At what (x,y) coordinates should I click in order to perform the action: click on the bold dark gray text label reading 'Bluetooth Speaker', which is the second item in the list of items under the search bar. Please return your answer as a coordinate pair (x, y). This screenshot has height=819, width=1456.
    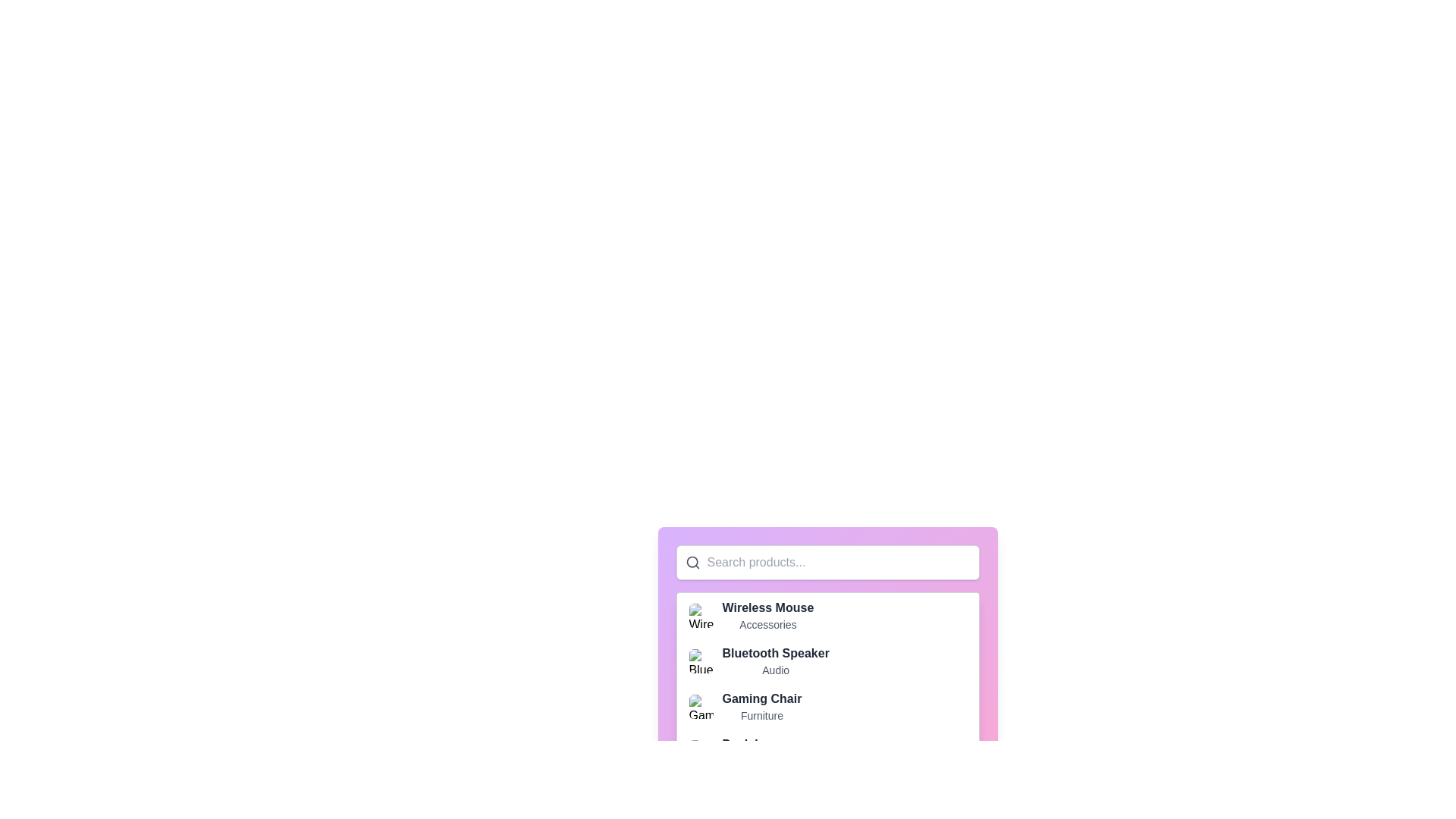
    Looking at the image, I should click on (776, 652).